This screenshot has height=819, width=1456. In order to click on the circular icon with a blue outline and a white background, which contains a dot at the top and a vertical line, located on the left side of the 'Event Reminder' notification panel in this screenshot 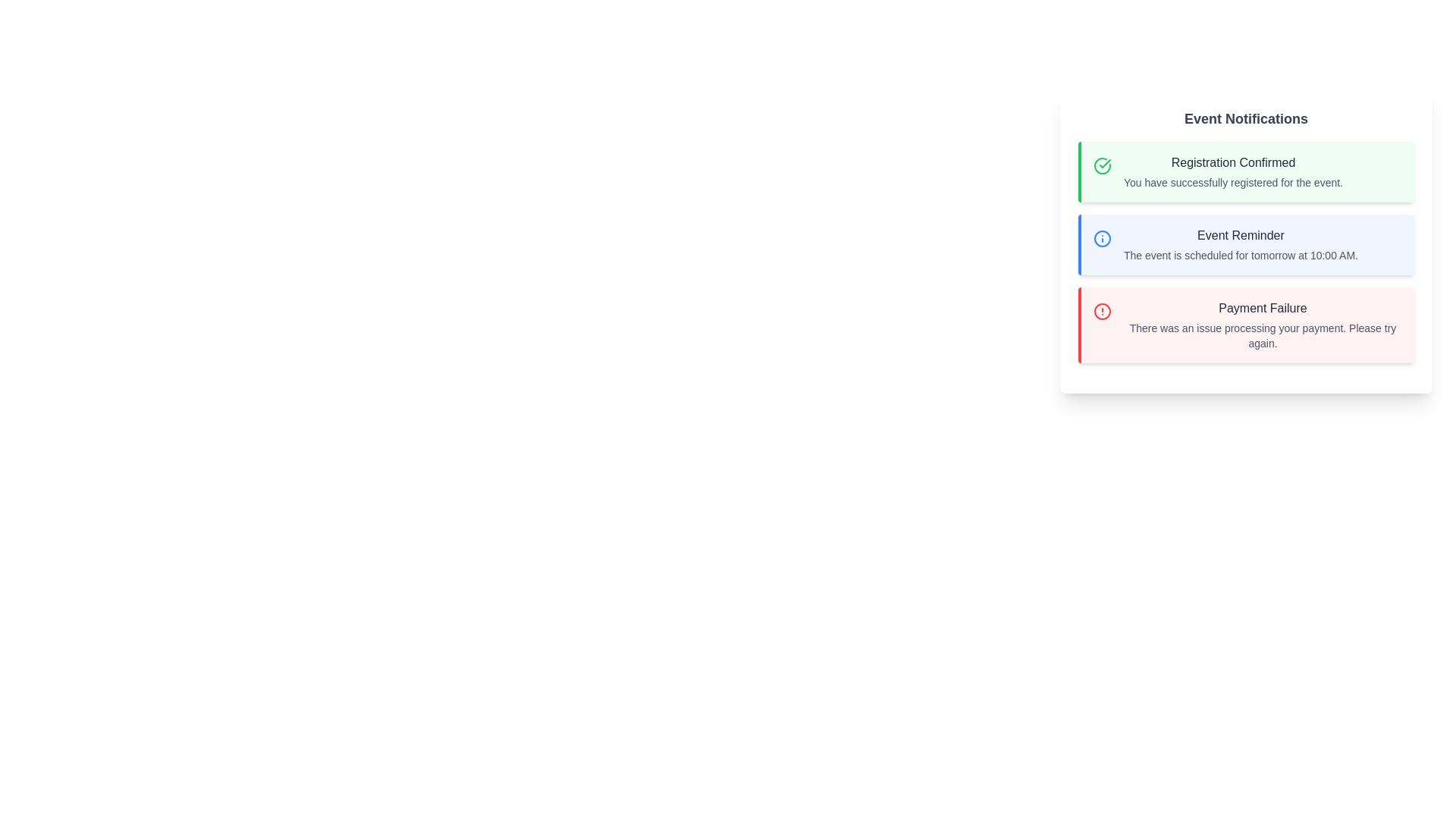, I will do `click(1103, 239)`.